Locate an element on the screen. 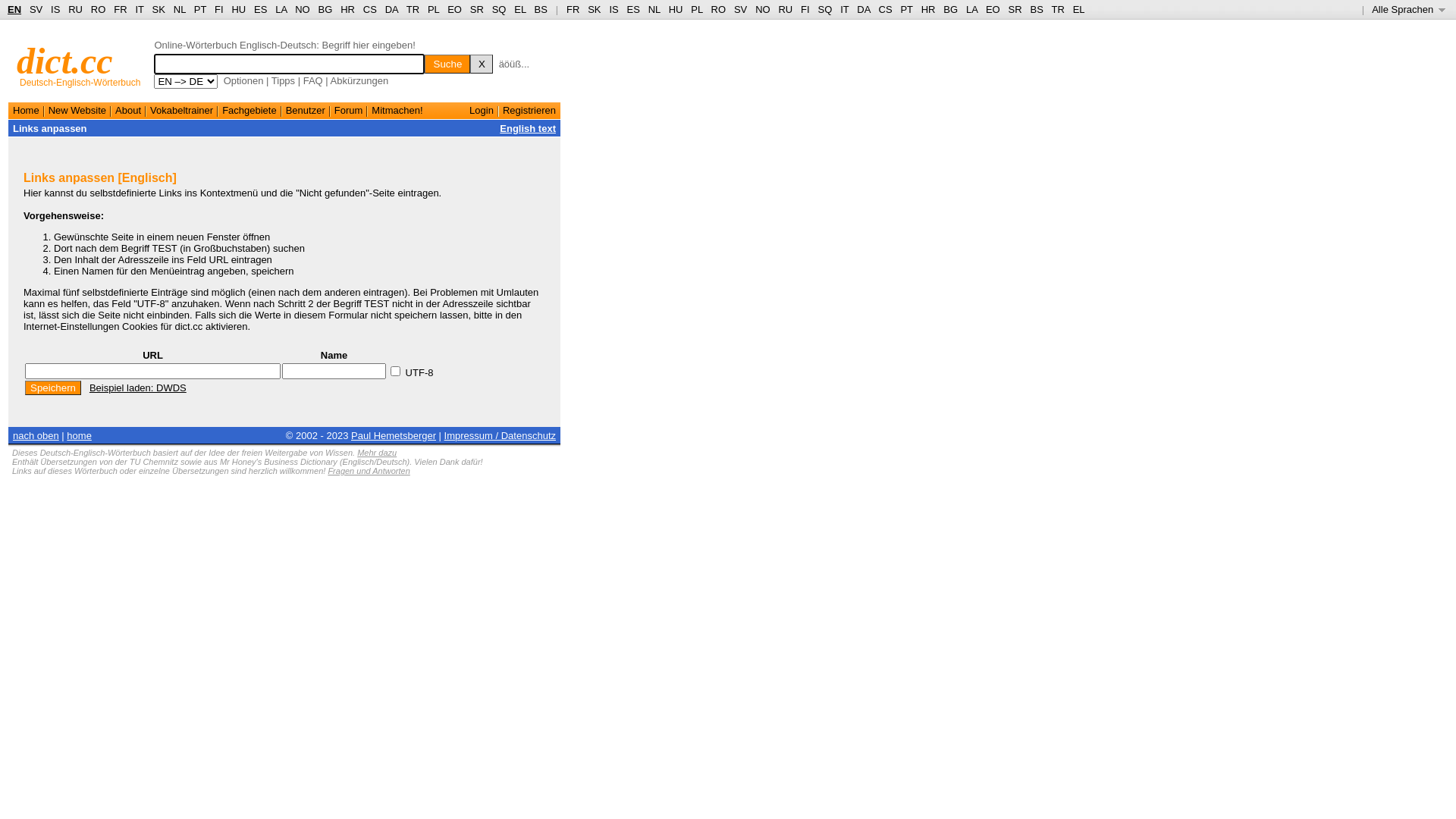 The width and height of the screenshot is (1456, 819). 'About' is located at coordinates (127, 109).